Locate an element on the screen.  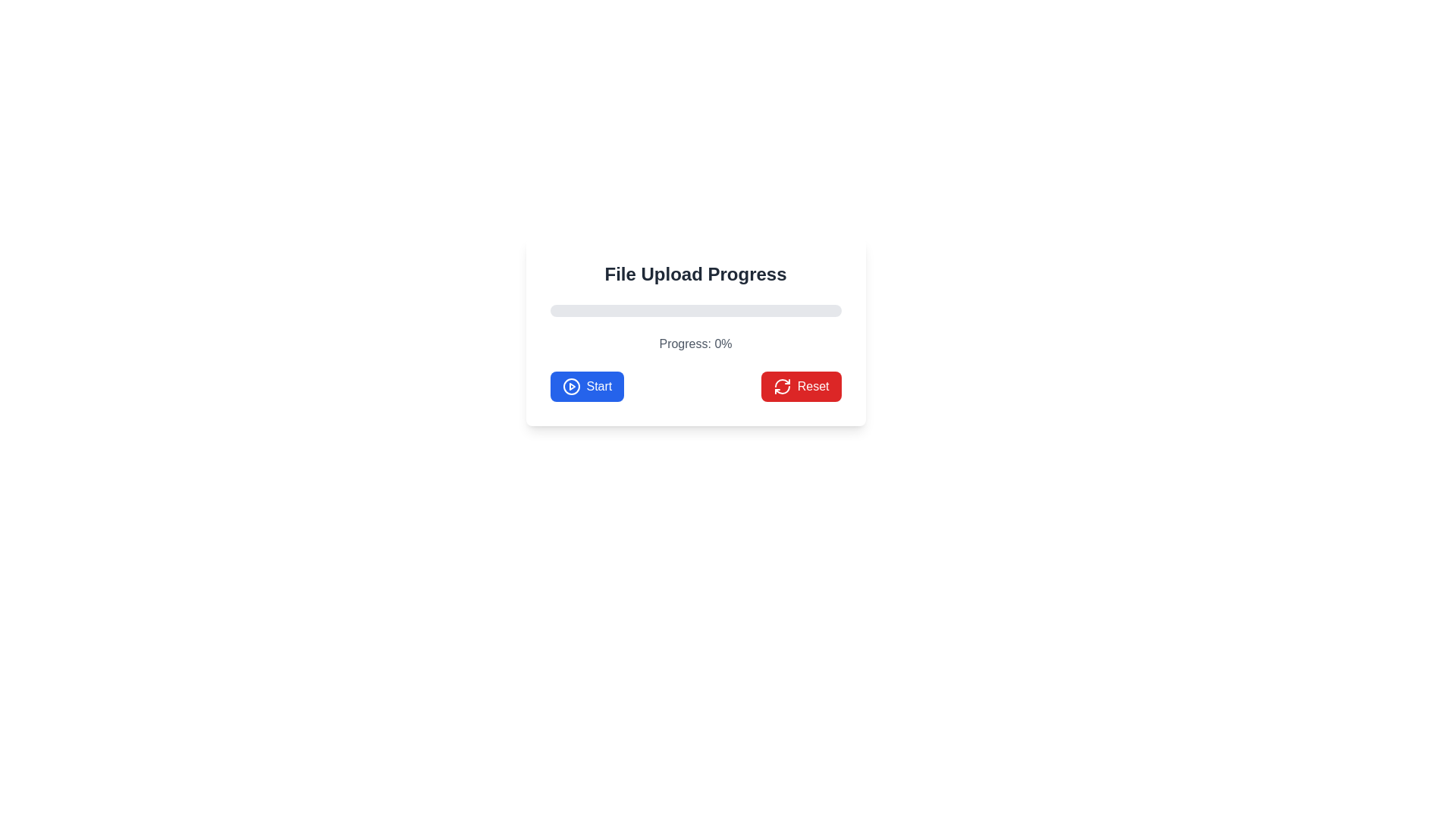
the progress bar located centrally below the 'File Upload Progress' header and above the 'Progress: 0%' text is located at coordinates (695, 309).